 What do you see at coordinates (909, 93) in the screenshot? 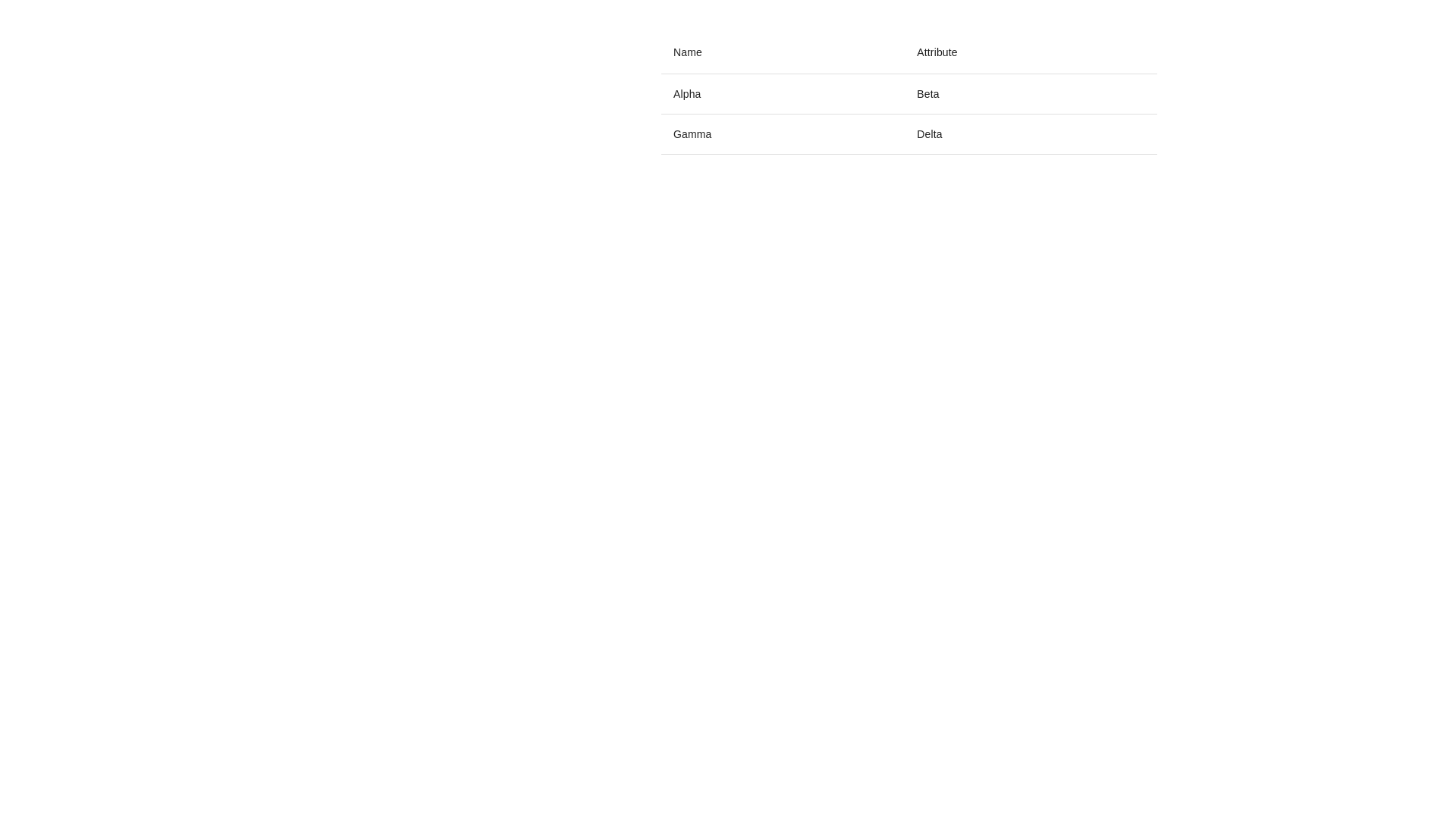
I see `the table cell displaying the text 'Beta' located in the second row under the 'Attribute' column to interact with it` at bounding box center [909, 93].